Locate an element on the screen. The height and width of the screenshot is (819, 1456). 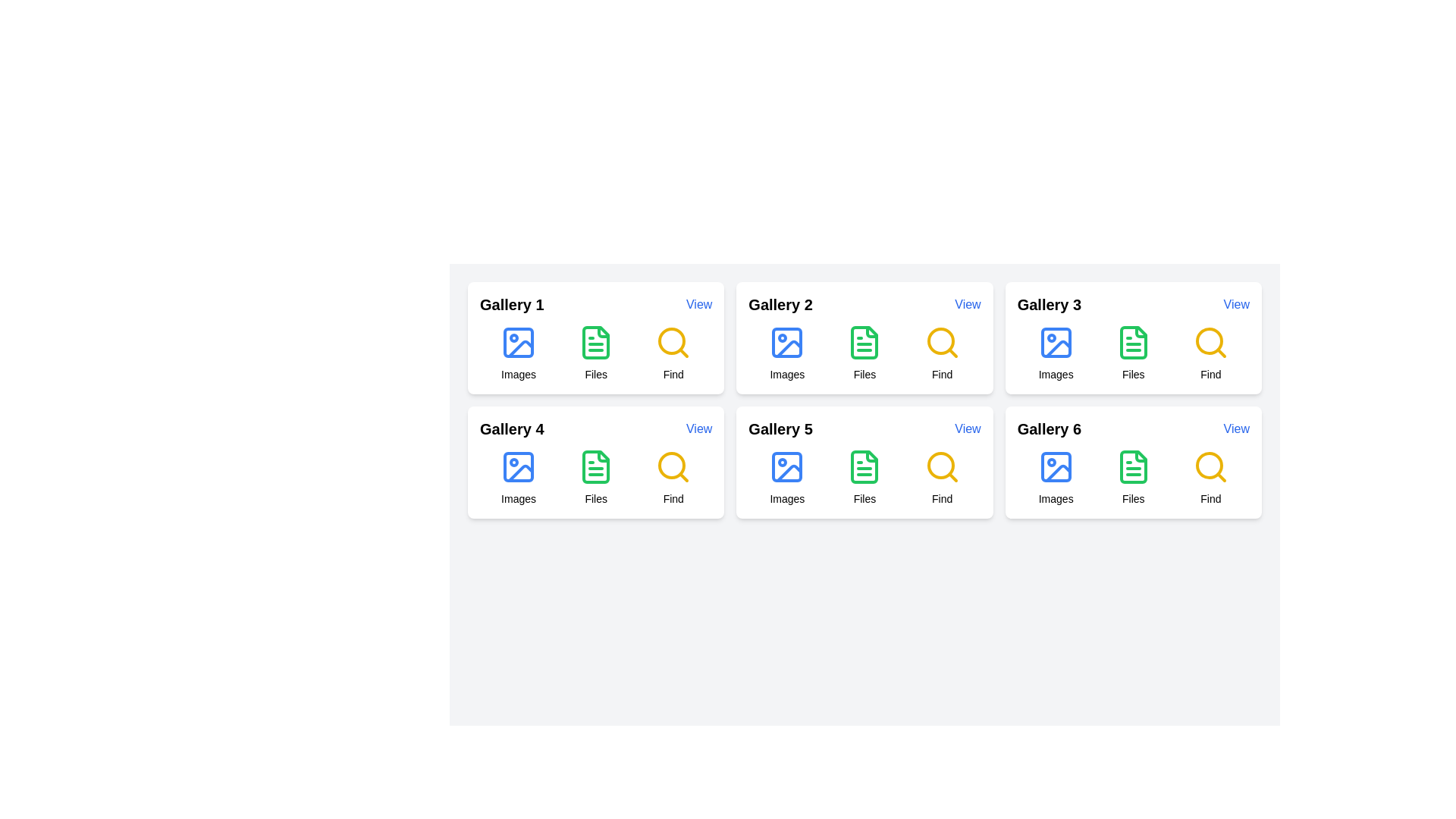
the green 'Files' icon, which is a document-like shape with a folded corner and three horizontal lines, located between 'Images' and 'Find' in the 'Gallery 2' section is located at coordinates (864, 353).